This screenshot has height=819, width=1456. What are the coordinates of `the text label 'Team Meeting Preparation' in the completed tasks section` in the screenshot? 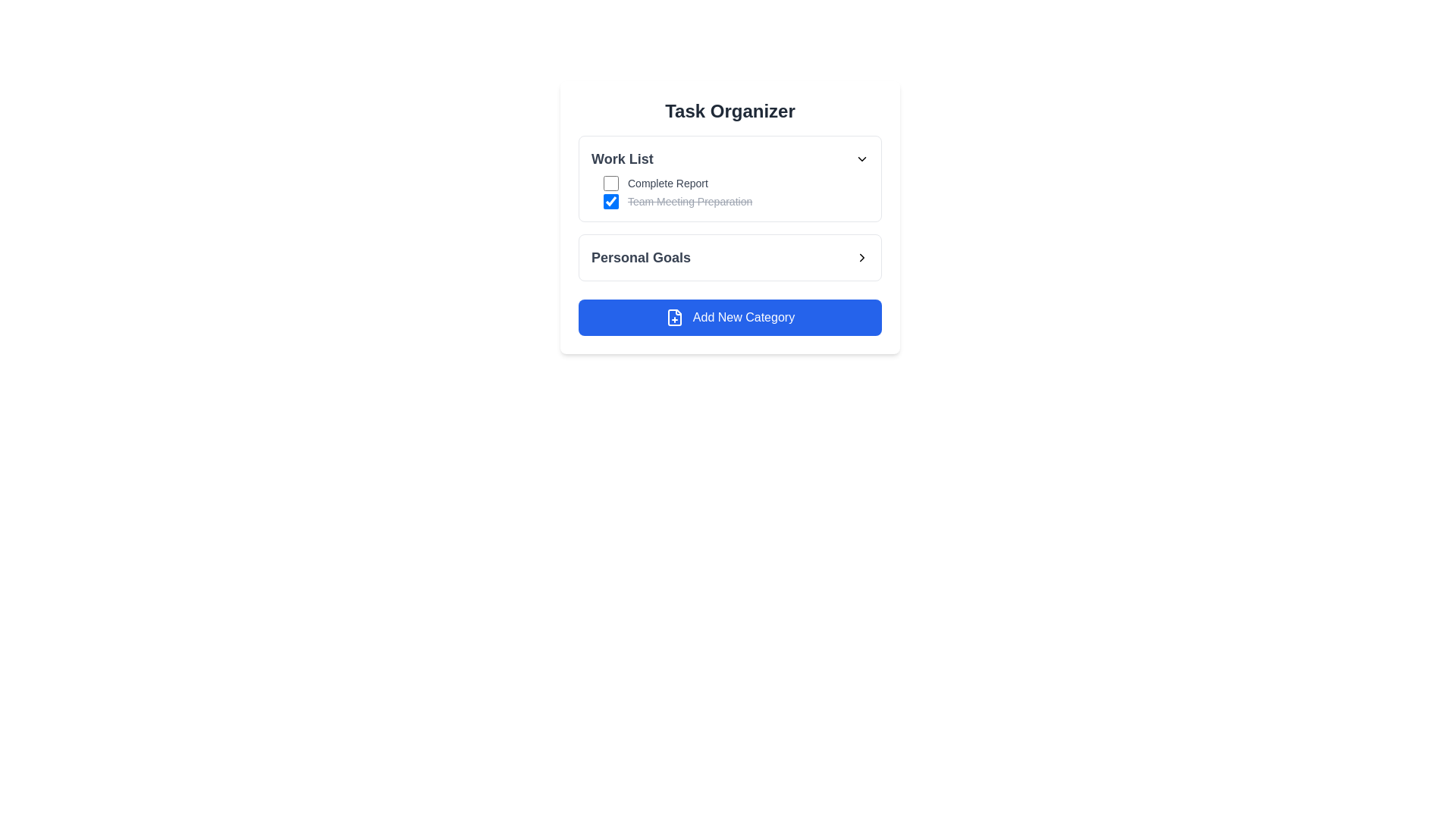 It's located at (736, 201).